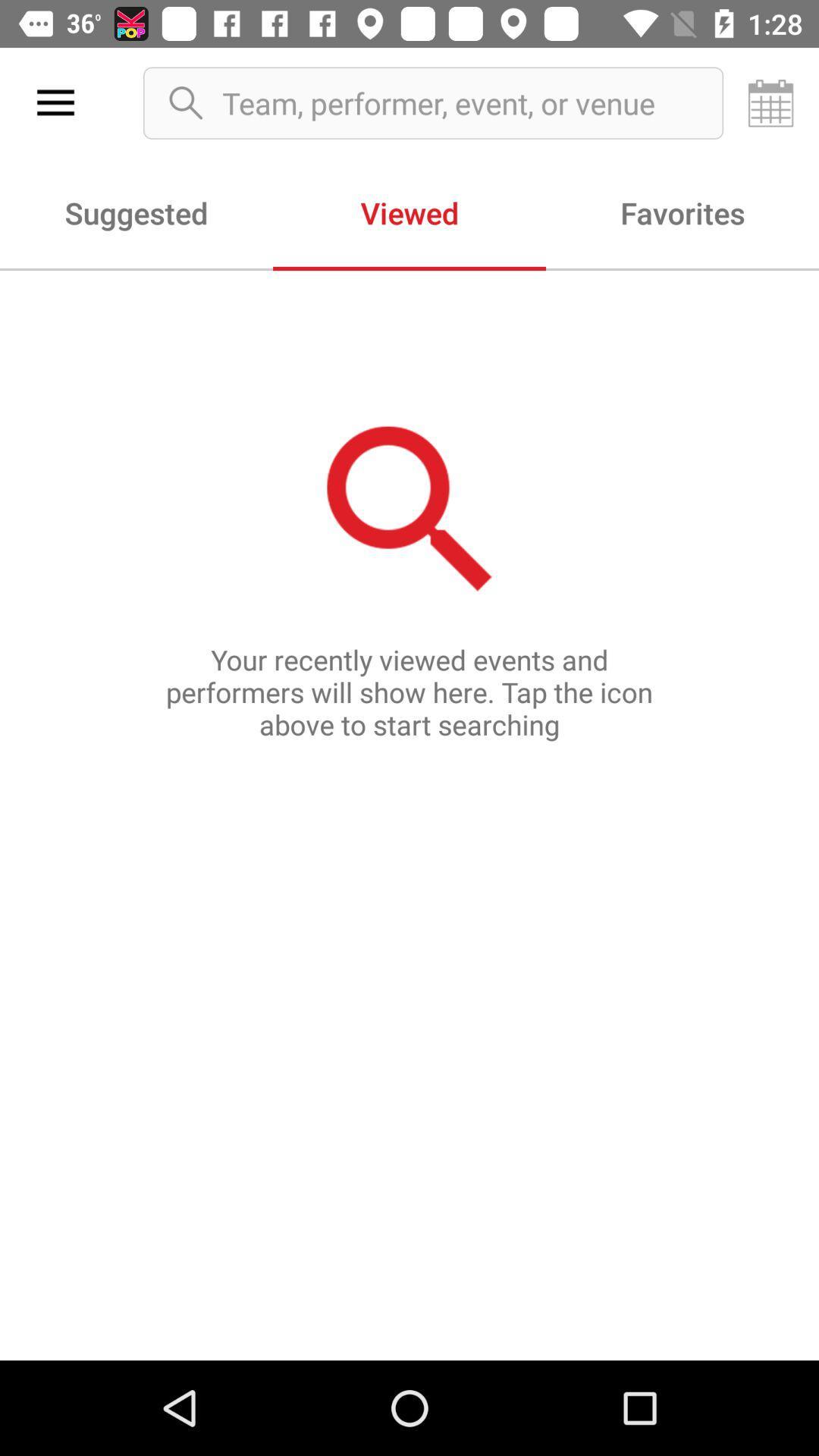  What do you see at coordinates (409, 814) in the screenshot?
I see `the your recently viewed icon` at bounding box center [409, 814].